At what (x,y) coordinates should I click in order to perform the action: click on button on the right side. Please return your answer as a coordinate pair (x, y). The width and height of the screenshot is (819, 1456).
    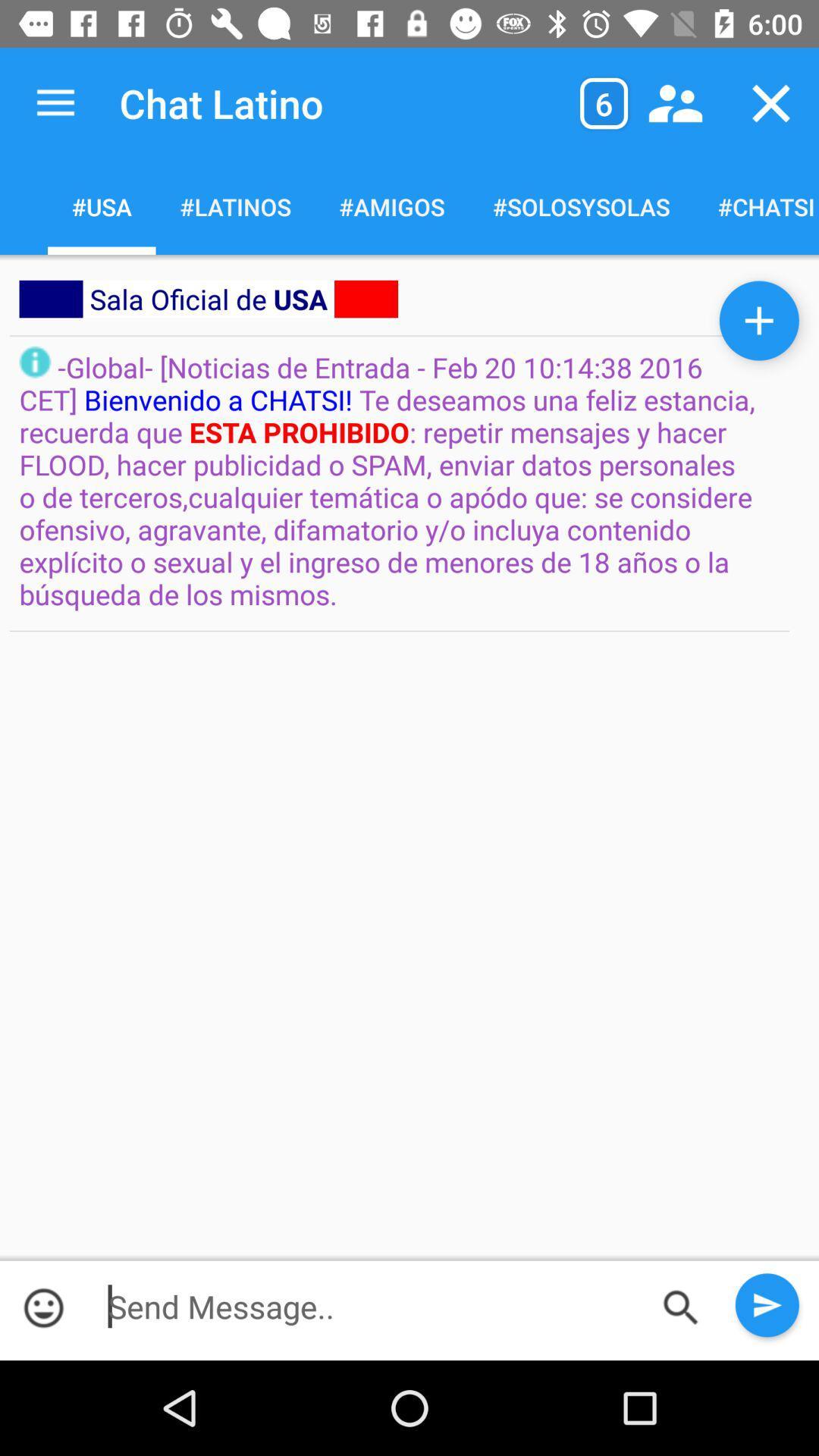
    Looking at the image, I should click on (759, 320).